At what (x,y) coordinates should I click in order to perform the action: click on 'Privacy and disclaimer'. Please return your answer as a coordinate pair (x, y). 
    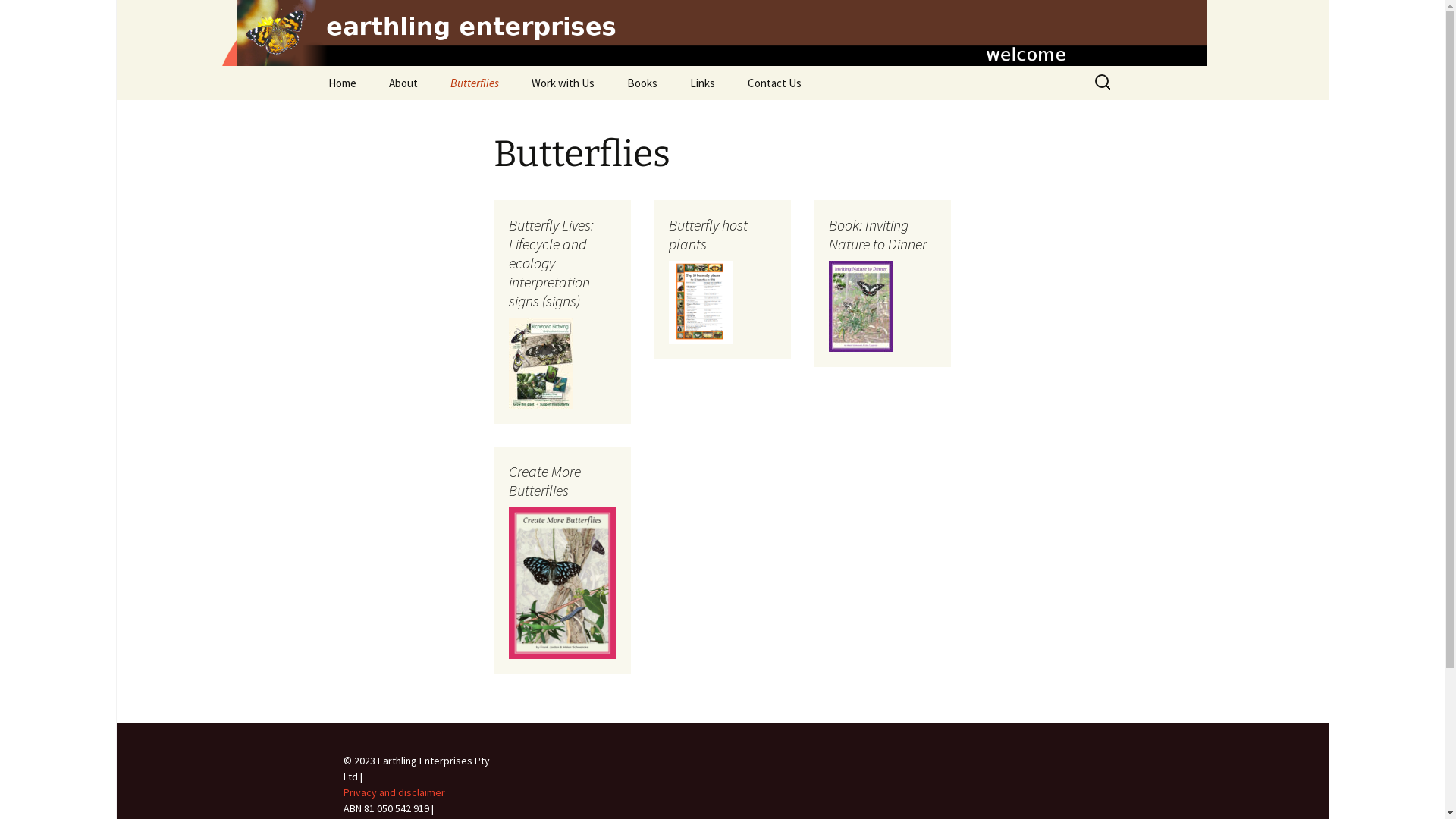
    Looking at the image, I should click on (393, 792).